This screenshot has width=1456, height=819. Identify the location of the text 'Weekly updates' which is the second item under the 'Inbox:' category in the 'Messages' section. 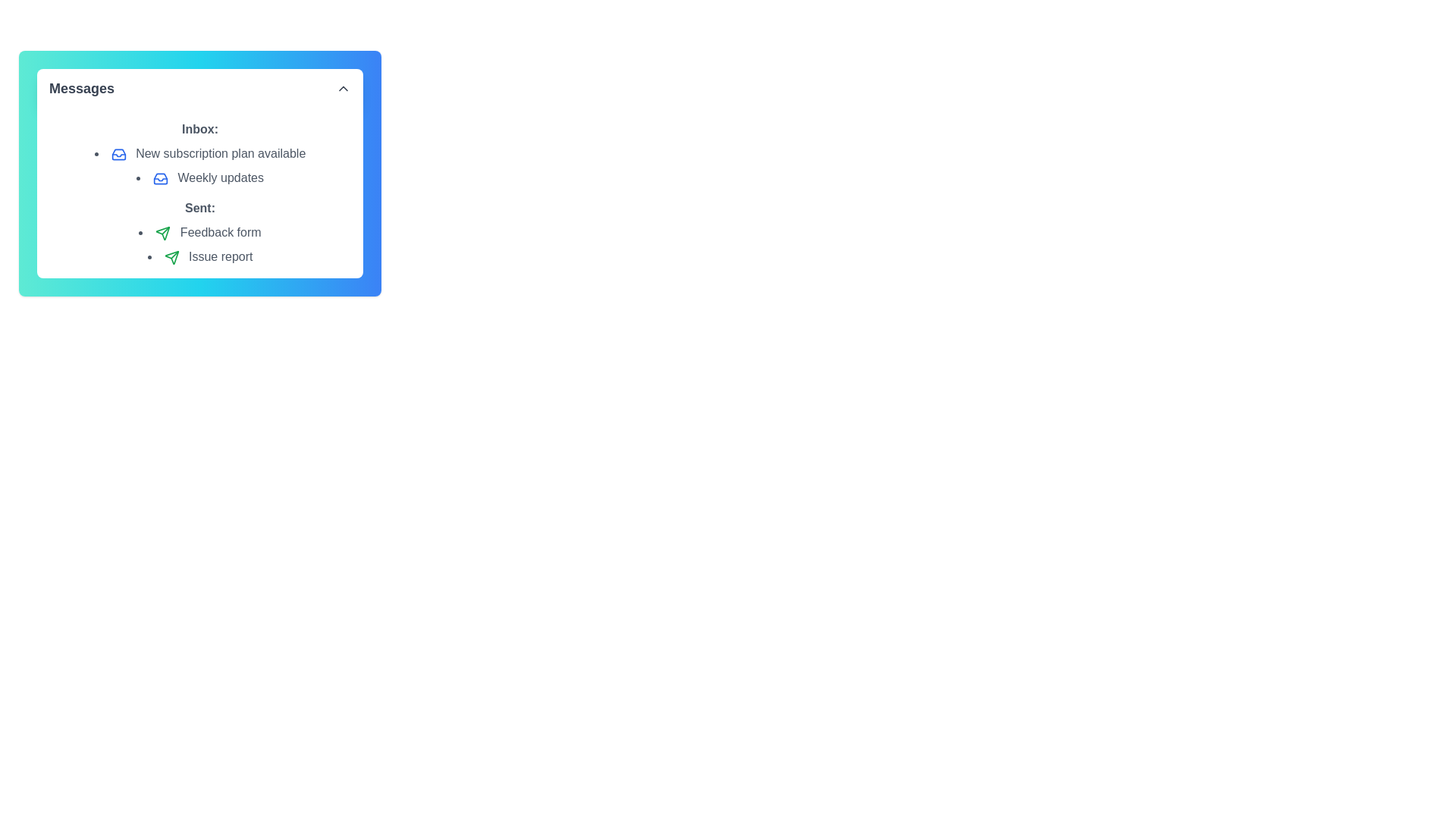
(199, 177).